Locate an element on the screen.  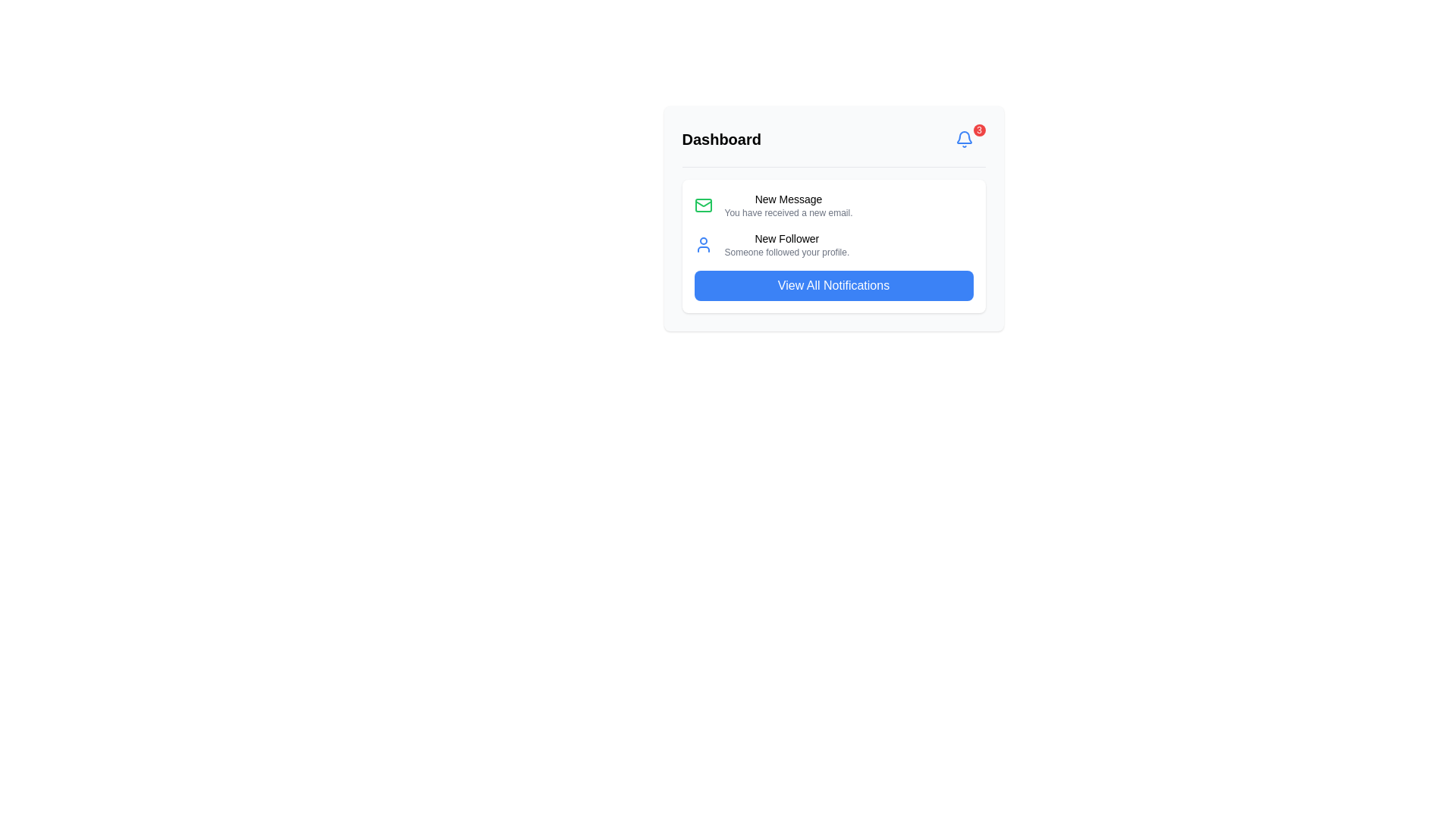
the second notification item that informs the user of a new follower on their profile, located on the dashboard page is located at coordinates (833, 244).